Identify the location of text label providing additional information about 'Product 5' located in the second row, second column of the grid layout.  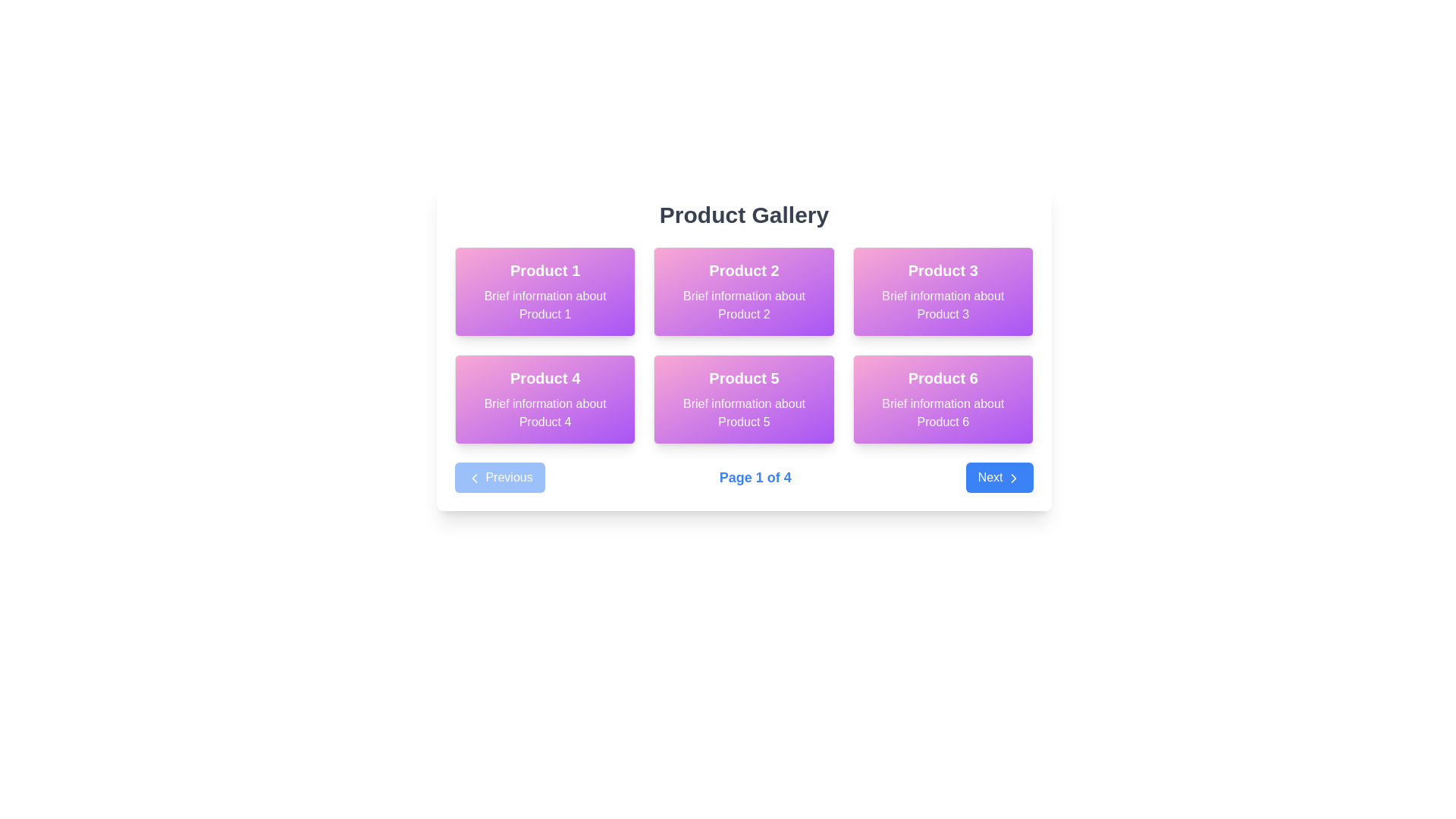
(744, 413).